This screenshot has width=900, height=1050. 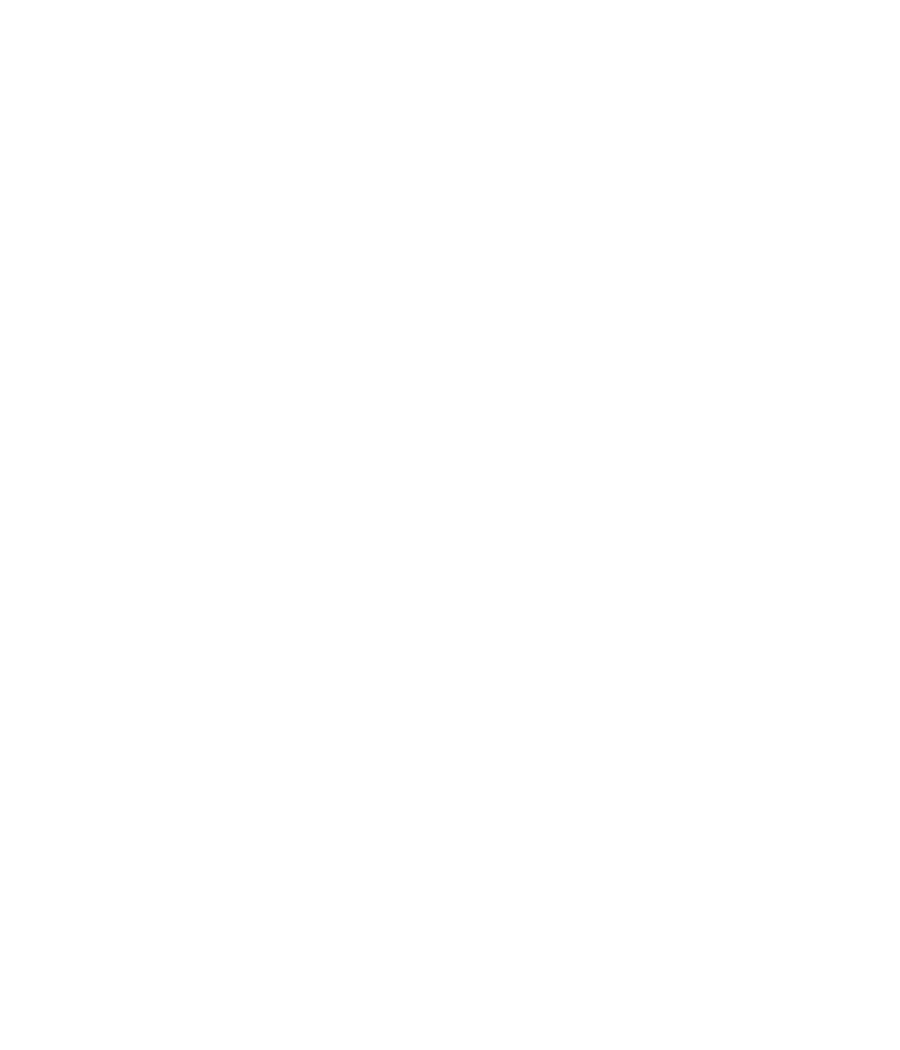 I want to click on 'Subscribe', so click(x=114, y=148).